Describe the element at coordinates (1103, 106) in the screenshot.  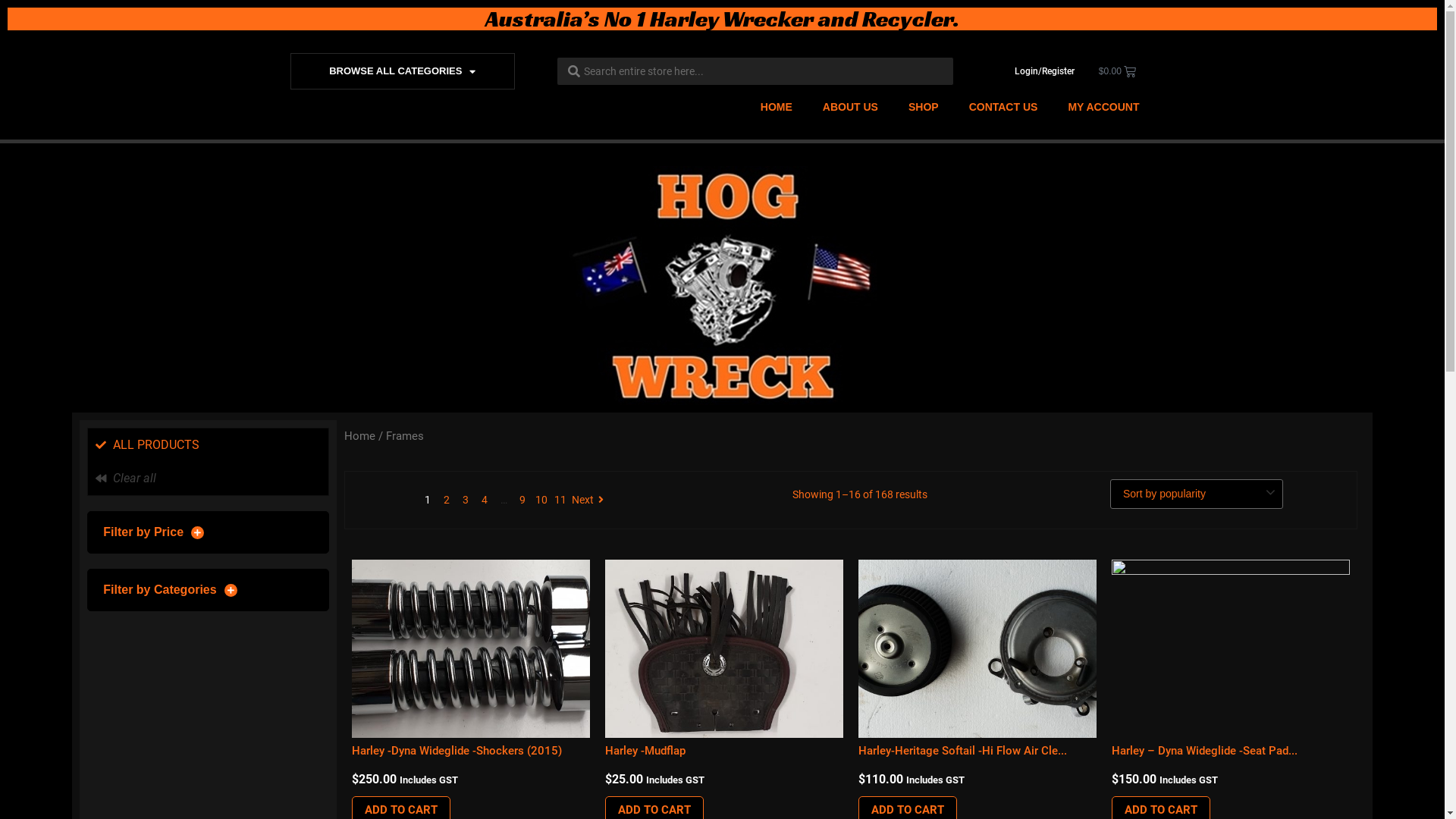
I see `'MY ACCOUNT'` at that location.